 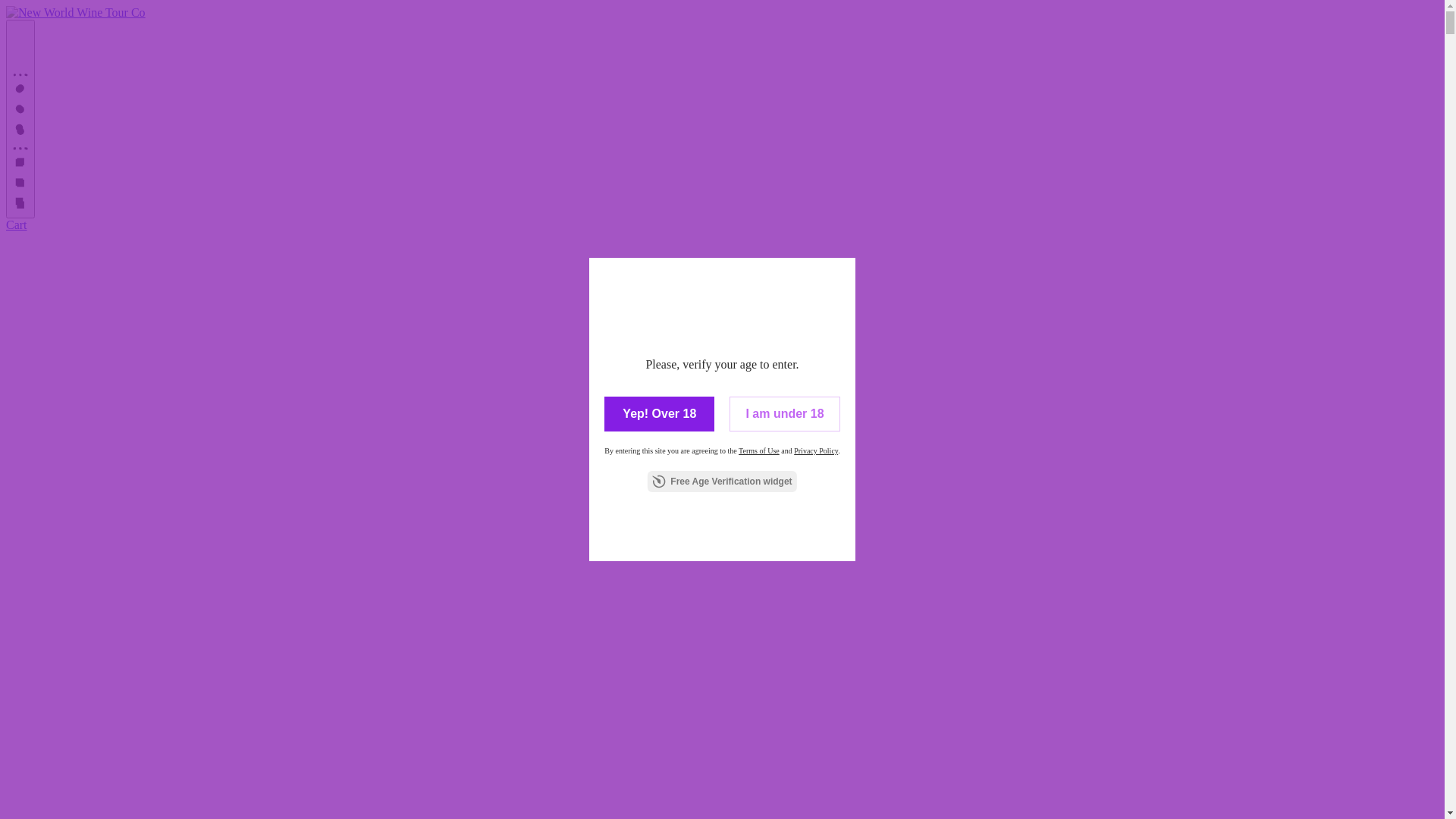 I want to click on 'Yep! Over 18', so click(x=659, y=414).